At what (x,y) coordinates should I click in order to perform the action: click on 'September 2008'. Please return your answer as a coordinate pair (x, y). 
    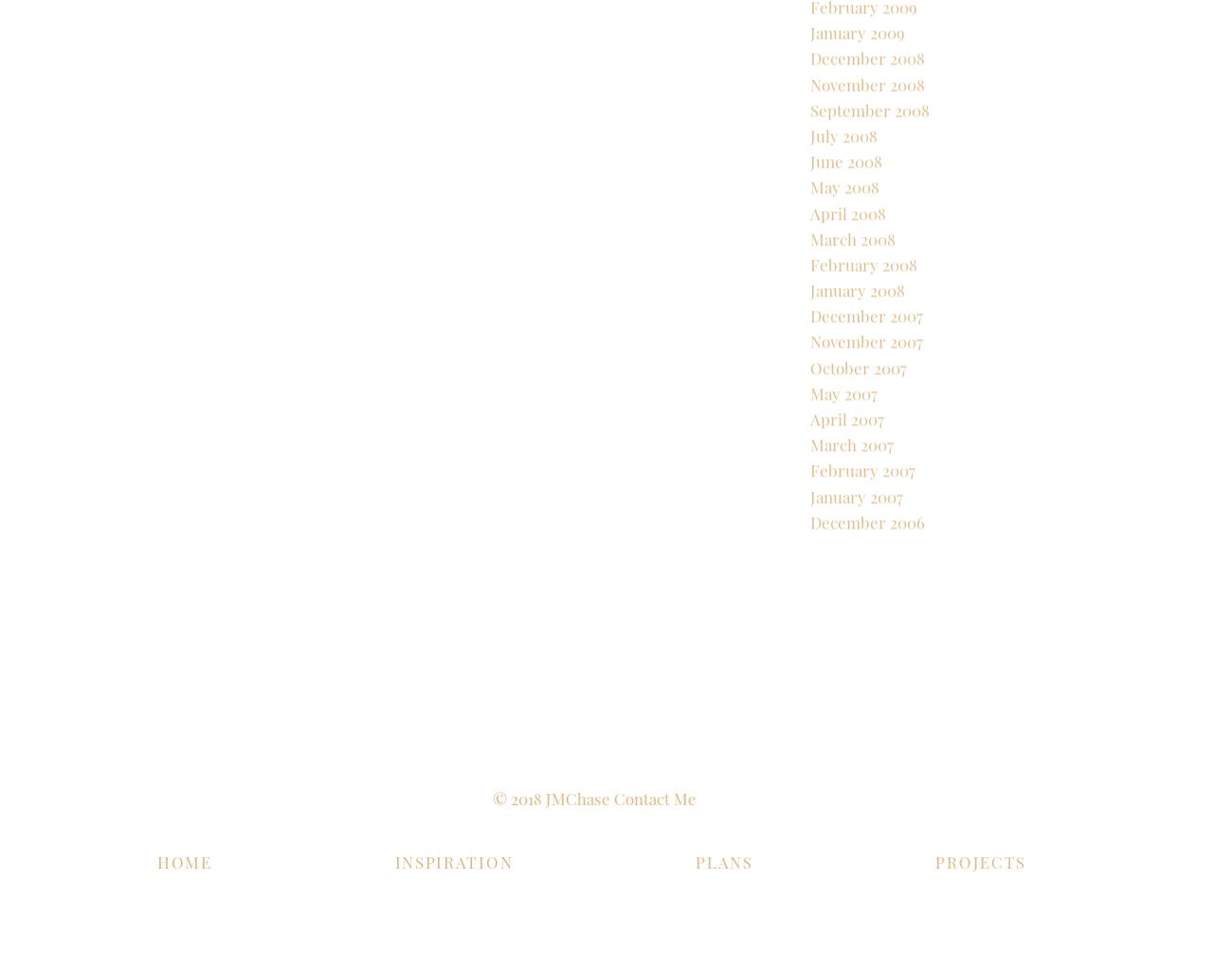
    Looking at the image, I should click on (869, 172).